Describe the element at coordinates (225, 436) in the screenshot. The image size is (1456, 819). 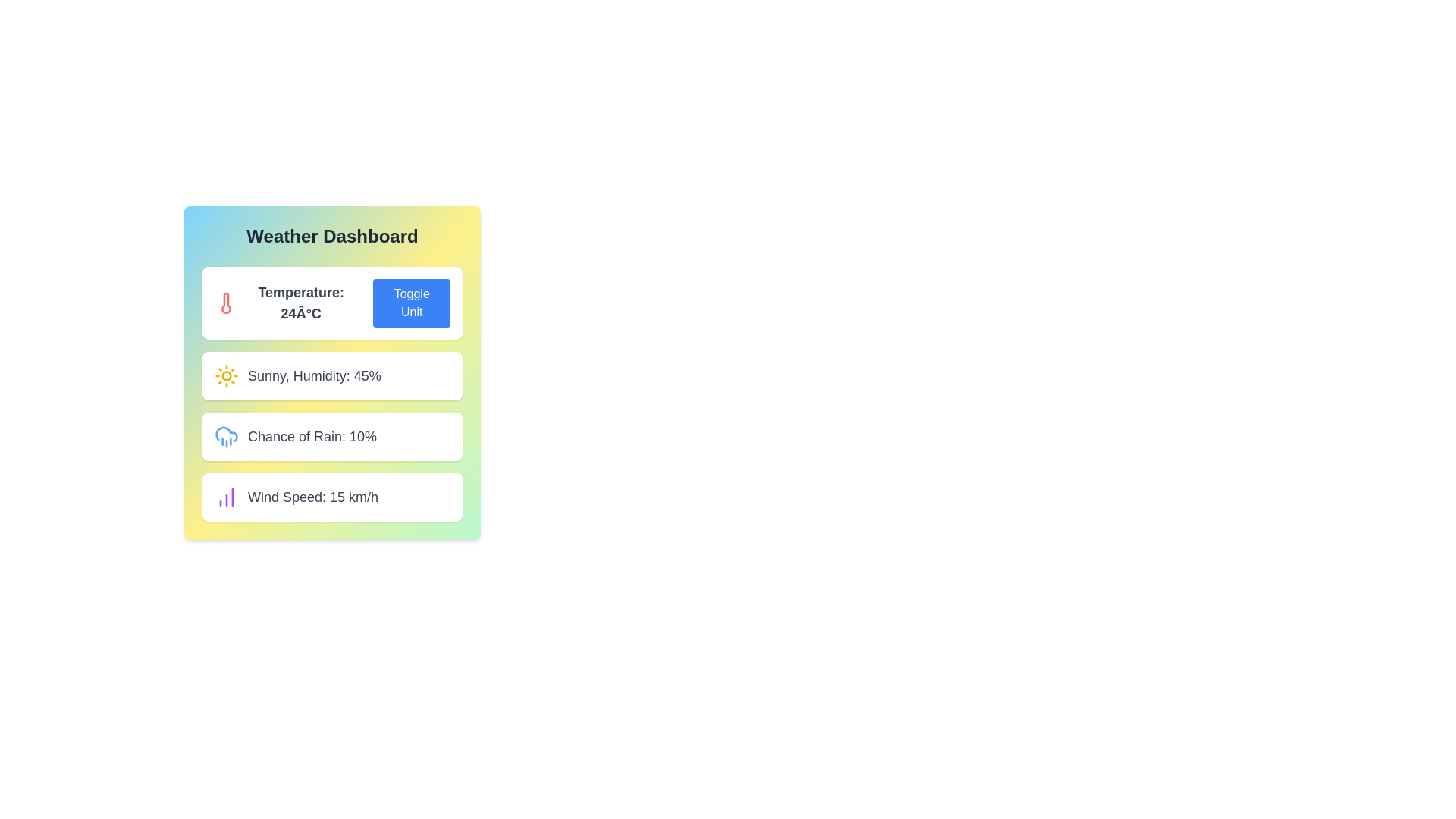
I see `the cloud icon featuring rain drops, which is located to the left of the text 'Chance of Rain: 10%' in the weather dashboard interface` at that location.